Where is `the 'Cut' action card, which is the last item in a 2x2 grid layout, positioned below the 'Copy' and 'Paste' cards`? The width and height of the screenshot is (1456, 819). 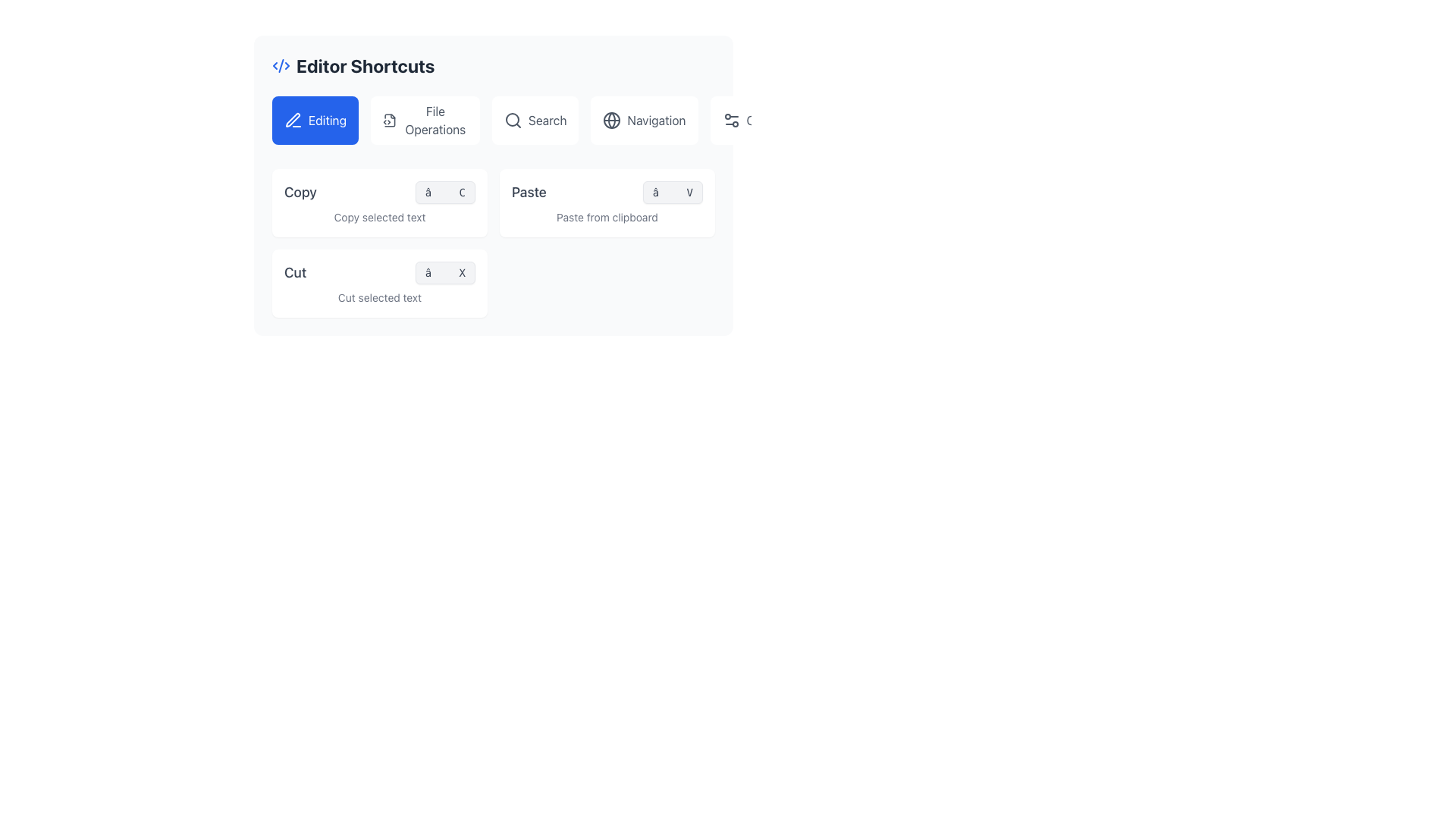 the 'Cut' action card, which is the last item in a 2x2 grid layout, positioned below the 'Copy' and 'Paste' cards is located at coordinates (379, 284).